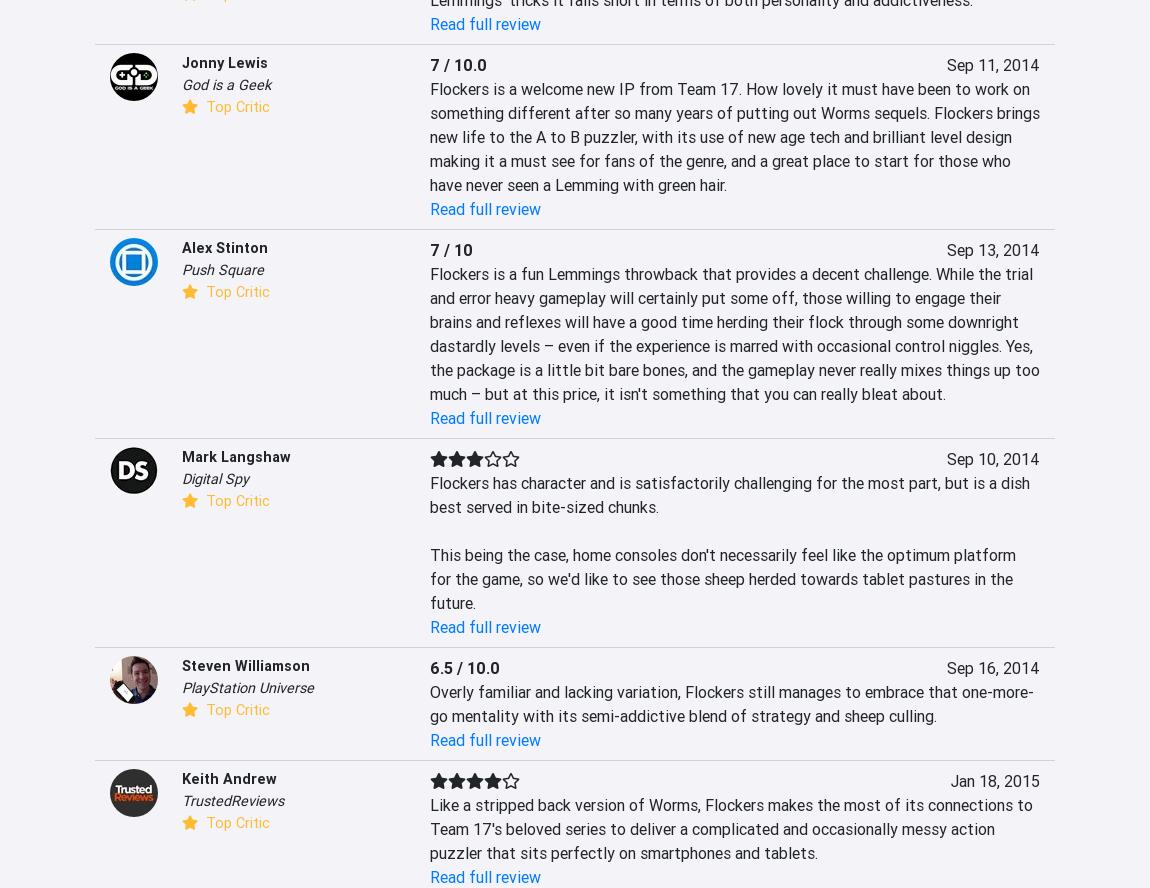  I want to click on 'Digital Spy', so click(214, 478).